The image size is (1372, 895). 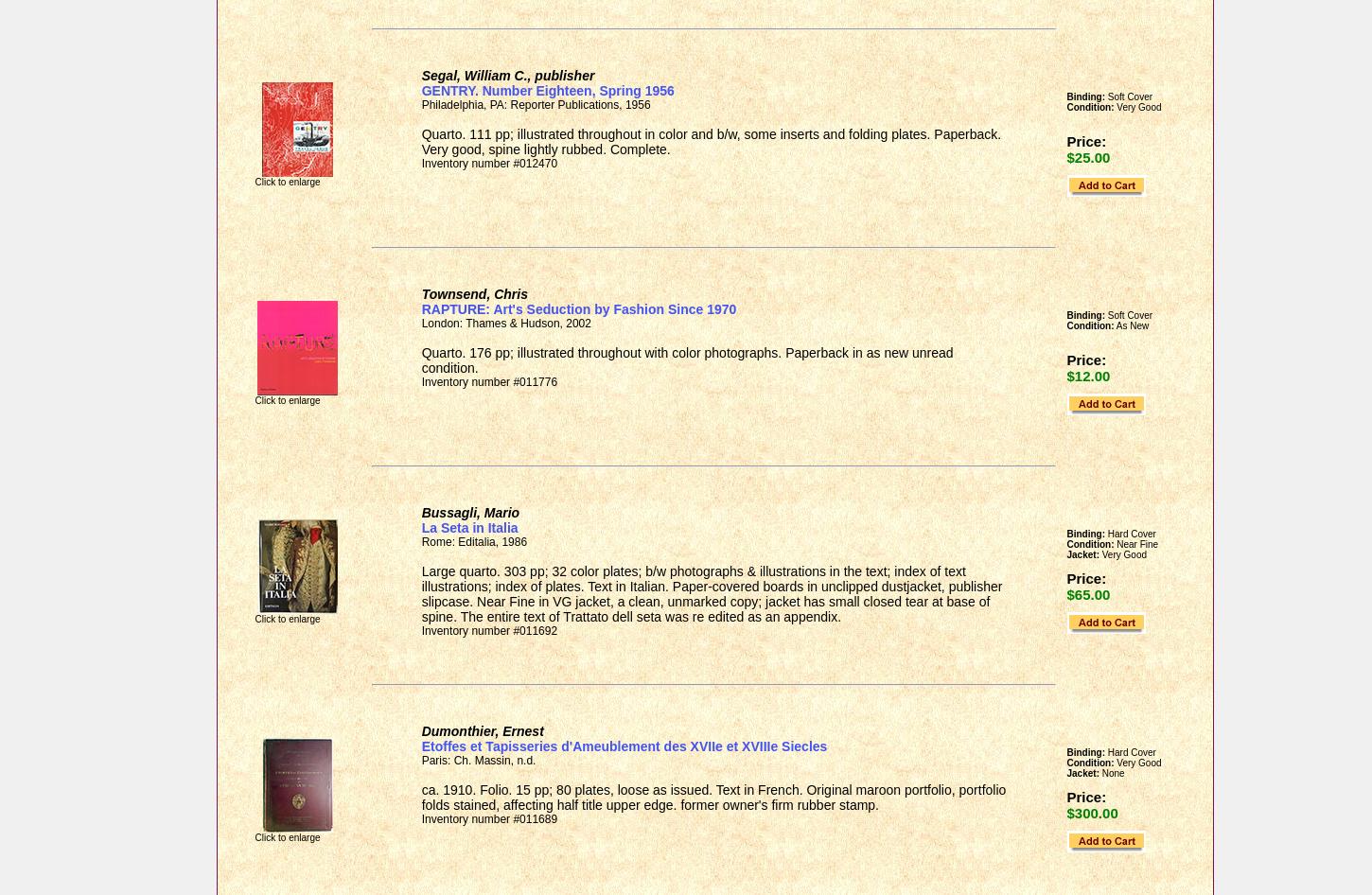 What do you see at coordinates (711, 592) in the screenshot?
I see `'Large quarto. 303 pp; 32 color plates; b/w photographs & illustrations in the text; index of text illustrations; index of plates. Text in Italian. Paper-covered boards in unclipped dustjacket, publisher slipcase. Near Fine in VG jacket, a clean, unmarked copy; jacket has small closed tear at base of spine. The entire text of Trattato dell seta was re edited as an appendix.'` at bounding box center [711, 592].